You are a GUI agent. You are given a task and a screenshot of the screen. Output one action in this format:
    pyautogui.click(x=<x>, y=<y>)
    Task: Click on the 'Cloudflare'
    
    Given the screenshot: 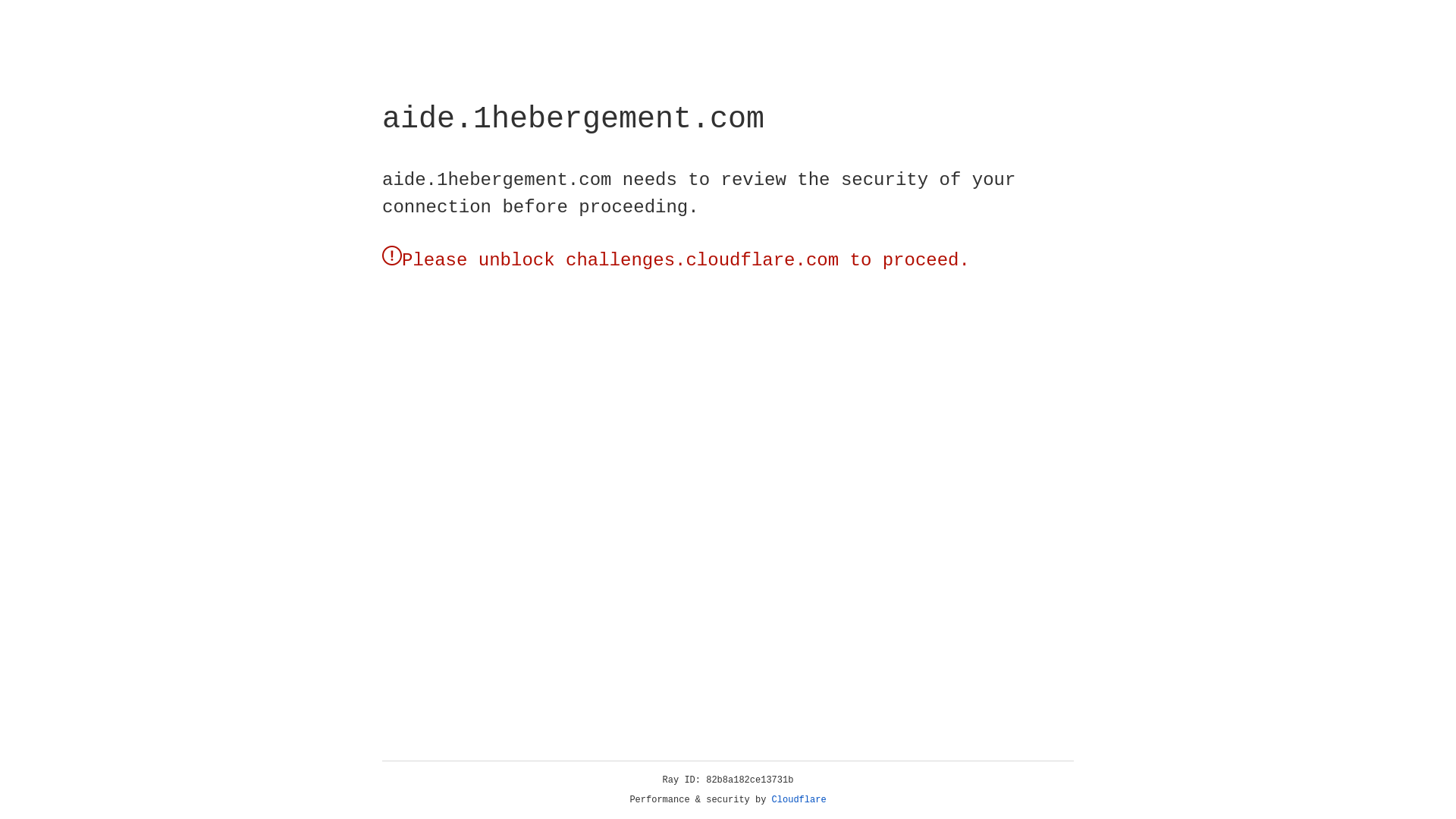 What is the action you would take?
    pyautogui.click(x=799, y=799)
    